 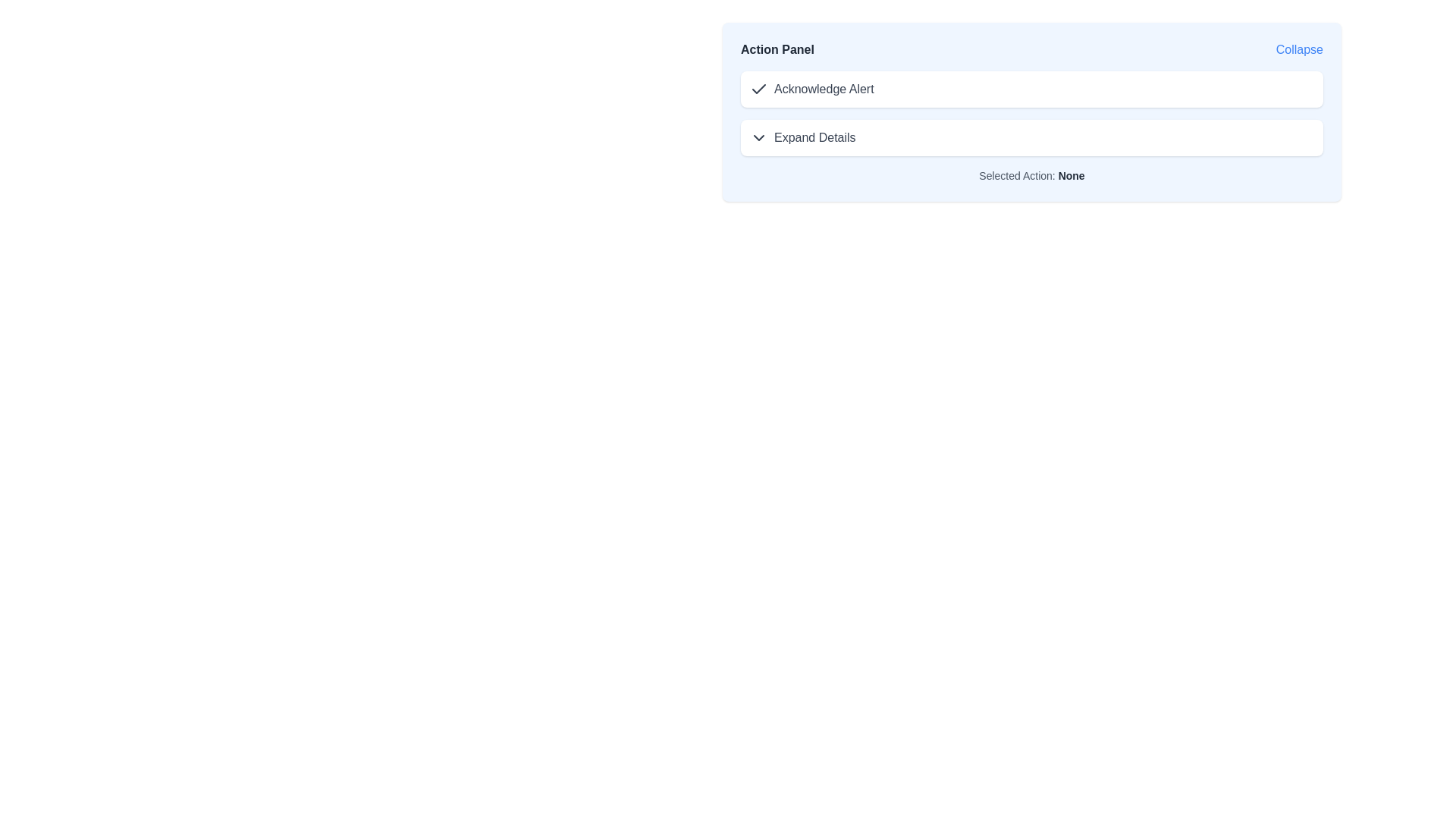 I want to click on selected checkbox icon indicating that the 'Acknowledge Alert' option has been enabled, located in the 'Action Panel', so click(x=759, y=89).